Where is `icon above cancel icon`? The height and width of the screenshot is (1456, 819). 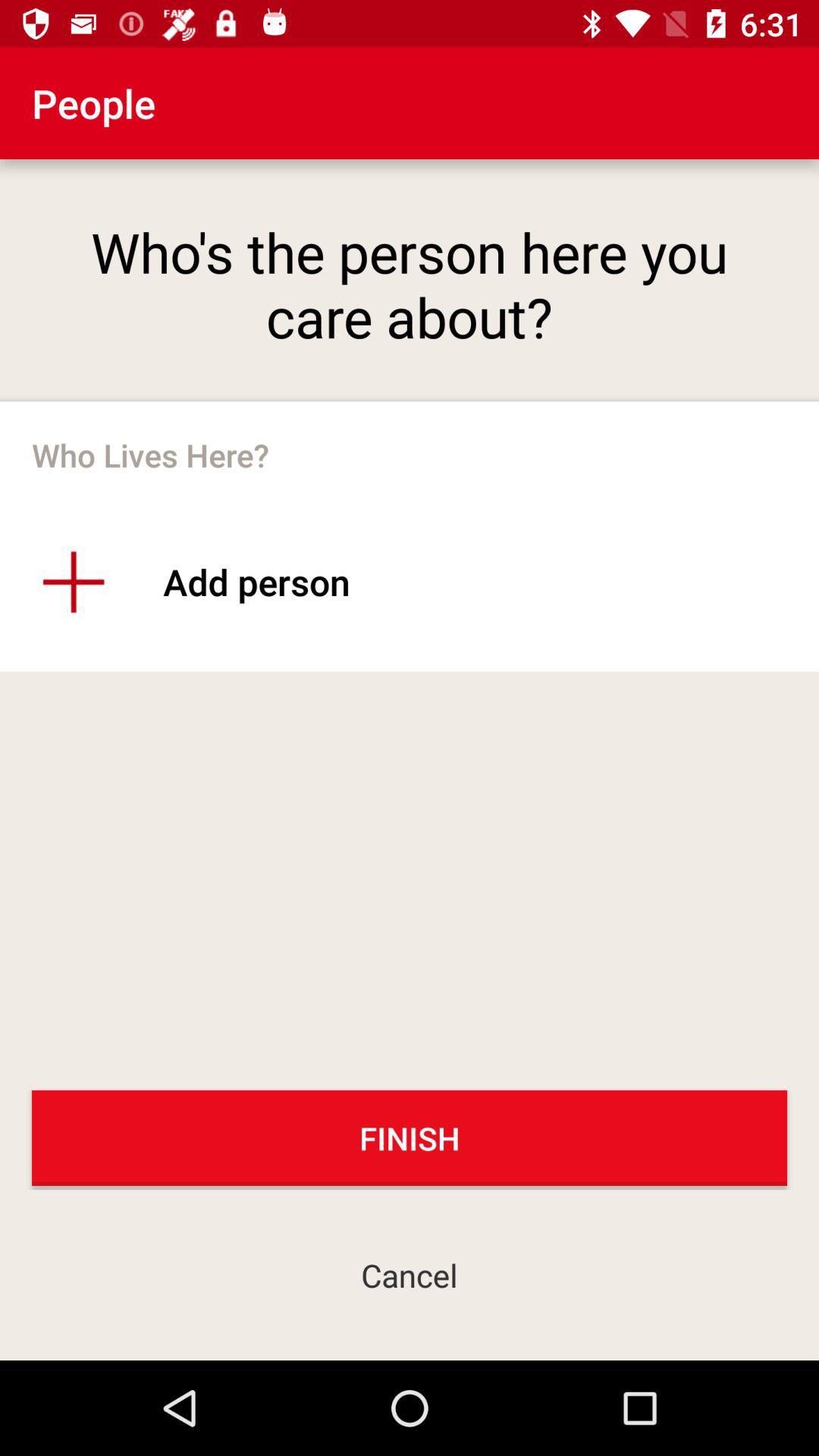
icon above cancel icon is located at coordinates (409, 1137).